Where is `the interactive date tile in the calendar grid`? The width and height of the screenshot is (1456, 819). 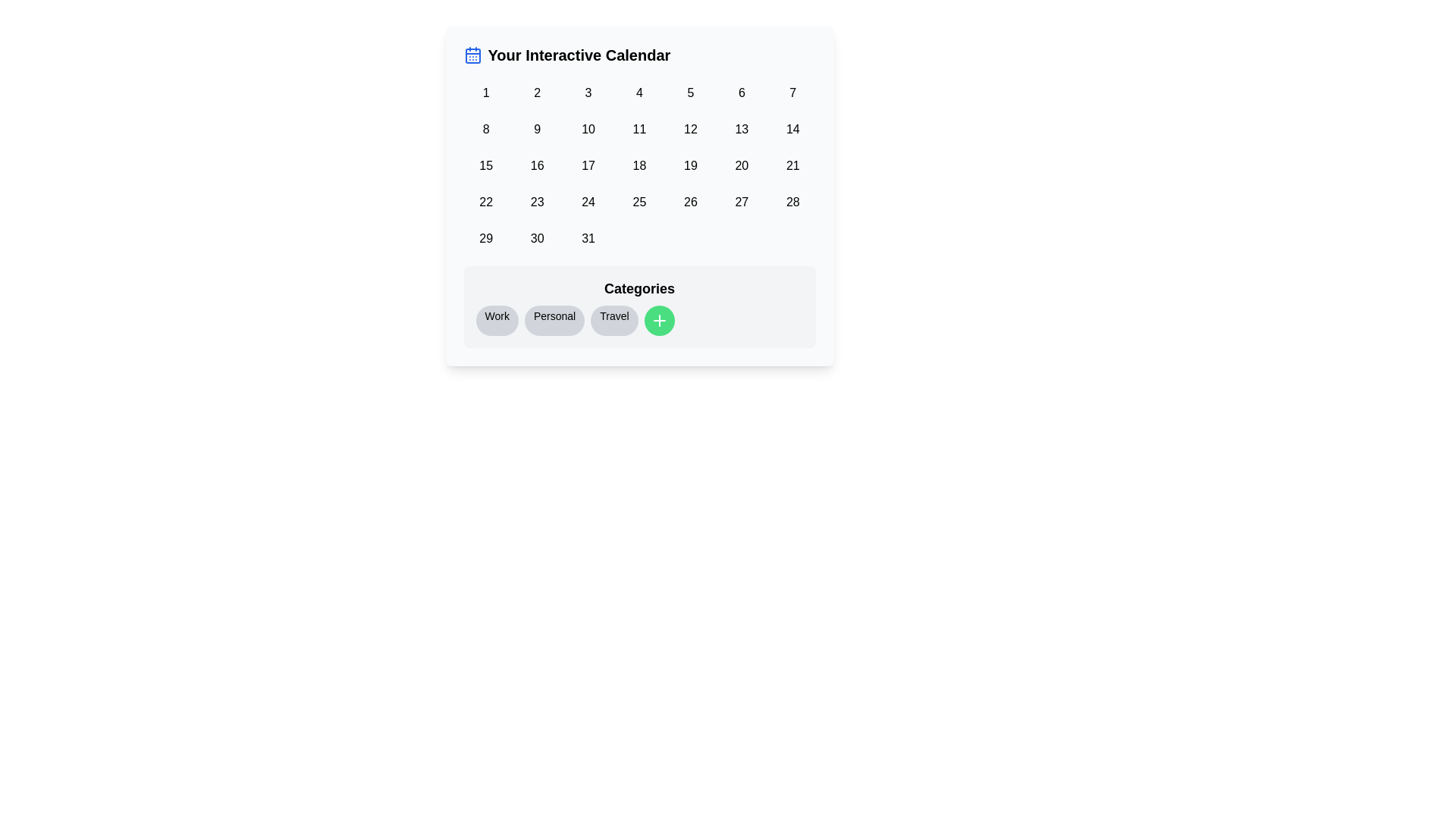
the interactive date tile in the calendar grid is located at coordinates (639, 166).